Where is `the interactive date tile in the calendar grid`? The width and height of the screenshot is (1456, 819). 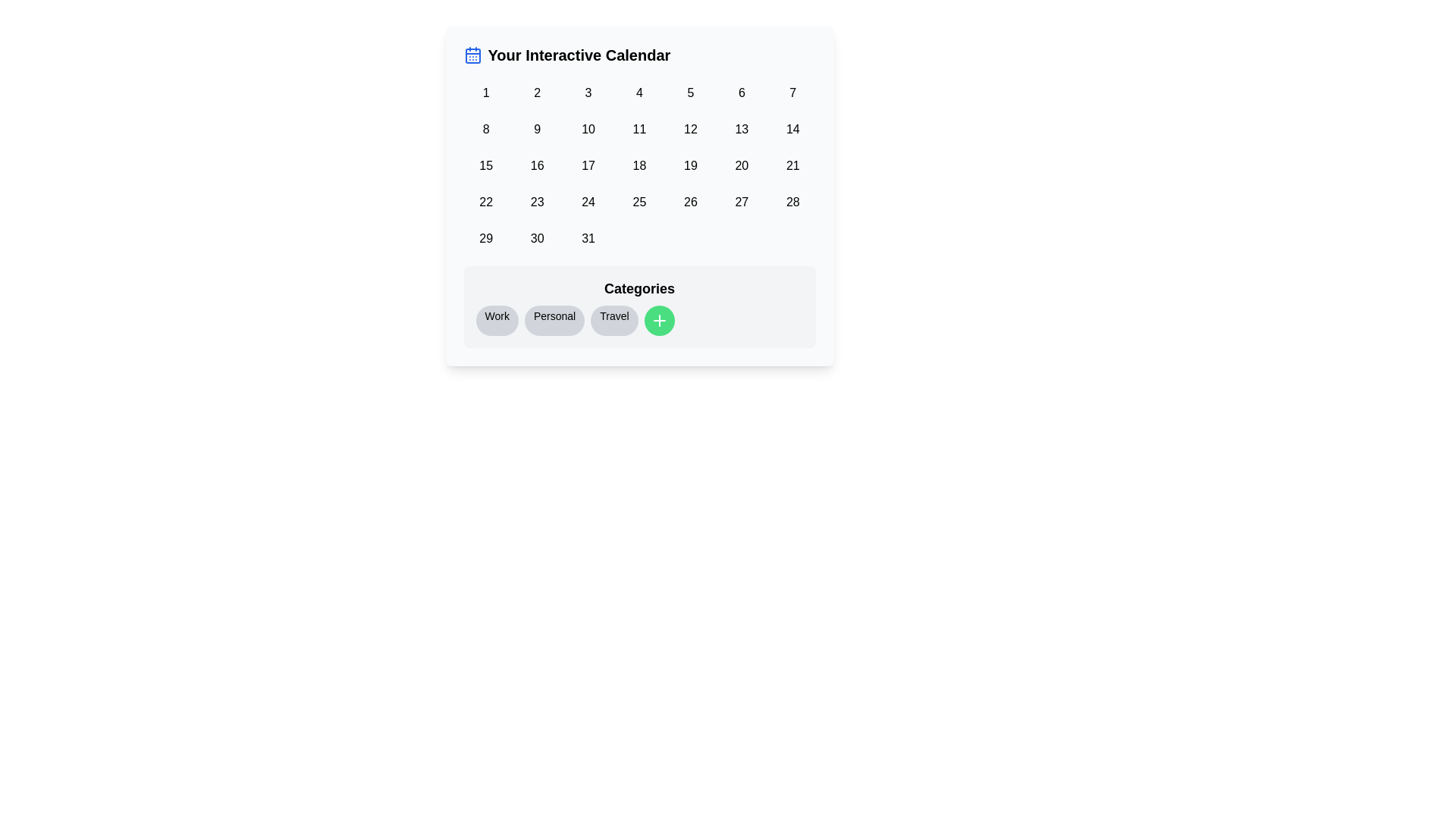
the interactive date tile in the calendar grid is located at coordinates (639, 166).